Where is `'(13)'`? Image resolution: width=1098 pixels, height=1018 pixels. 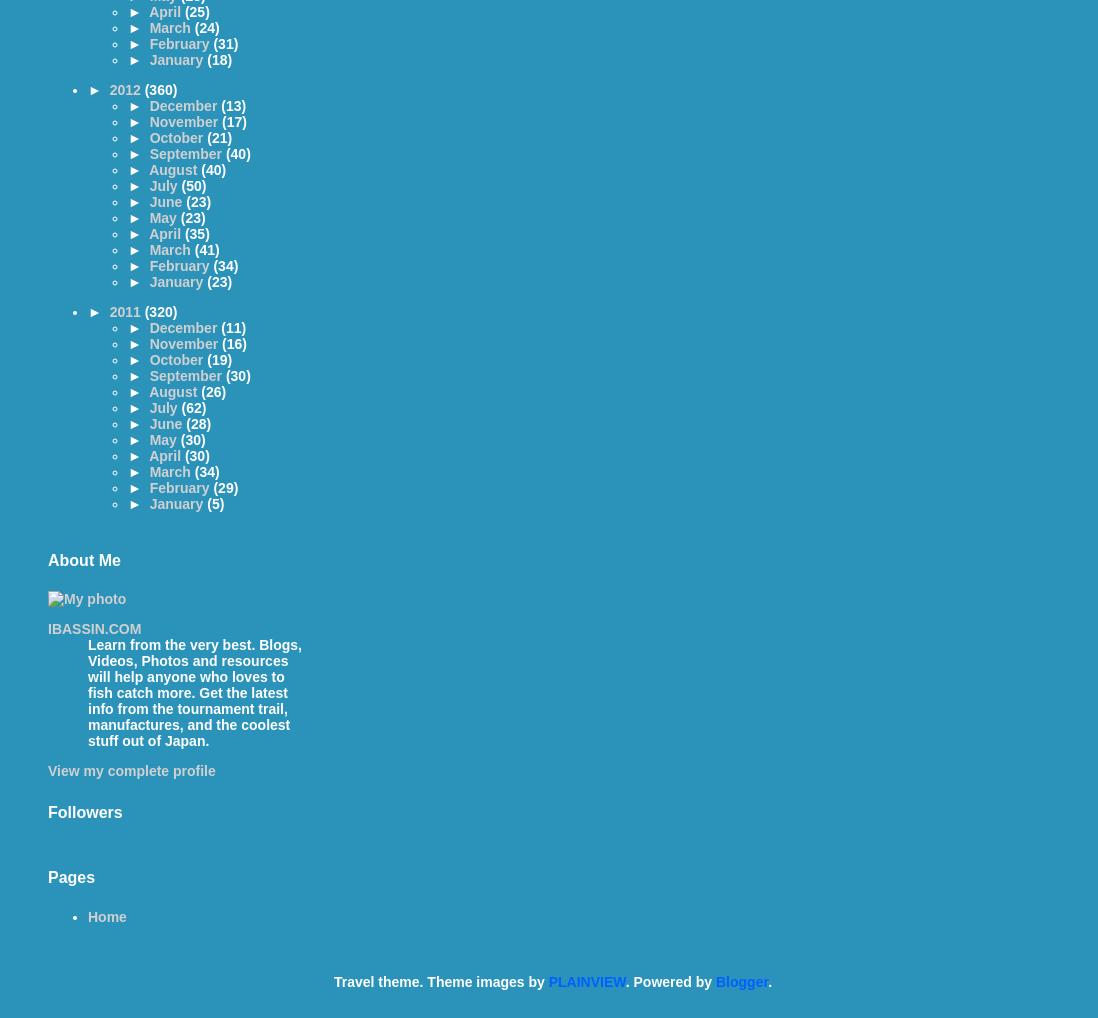 '(13)' is located at coordinates (220, 104).